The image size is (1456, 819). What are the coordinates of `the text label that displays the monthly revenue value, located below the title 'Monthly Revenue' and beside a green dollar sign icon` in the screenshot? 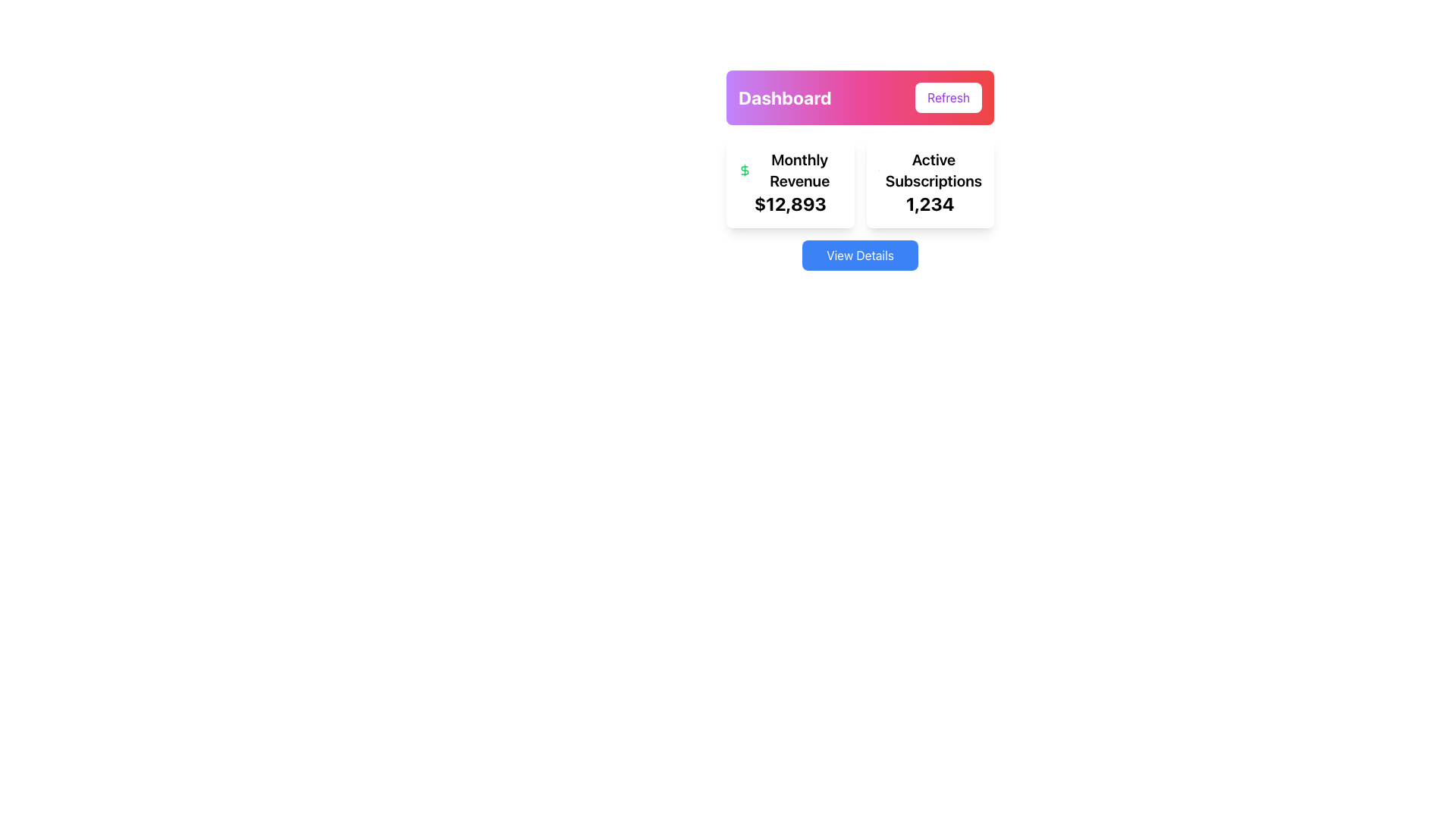 It's located at (789, 203).